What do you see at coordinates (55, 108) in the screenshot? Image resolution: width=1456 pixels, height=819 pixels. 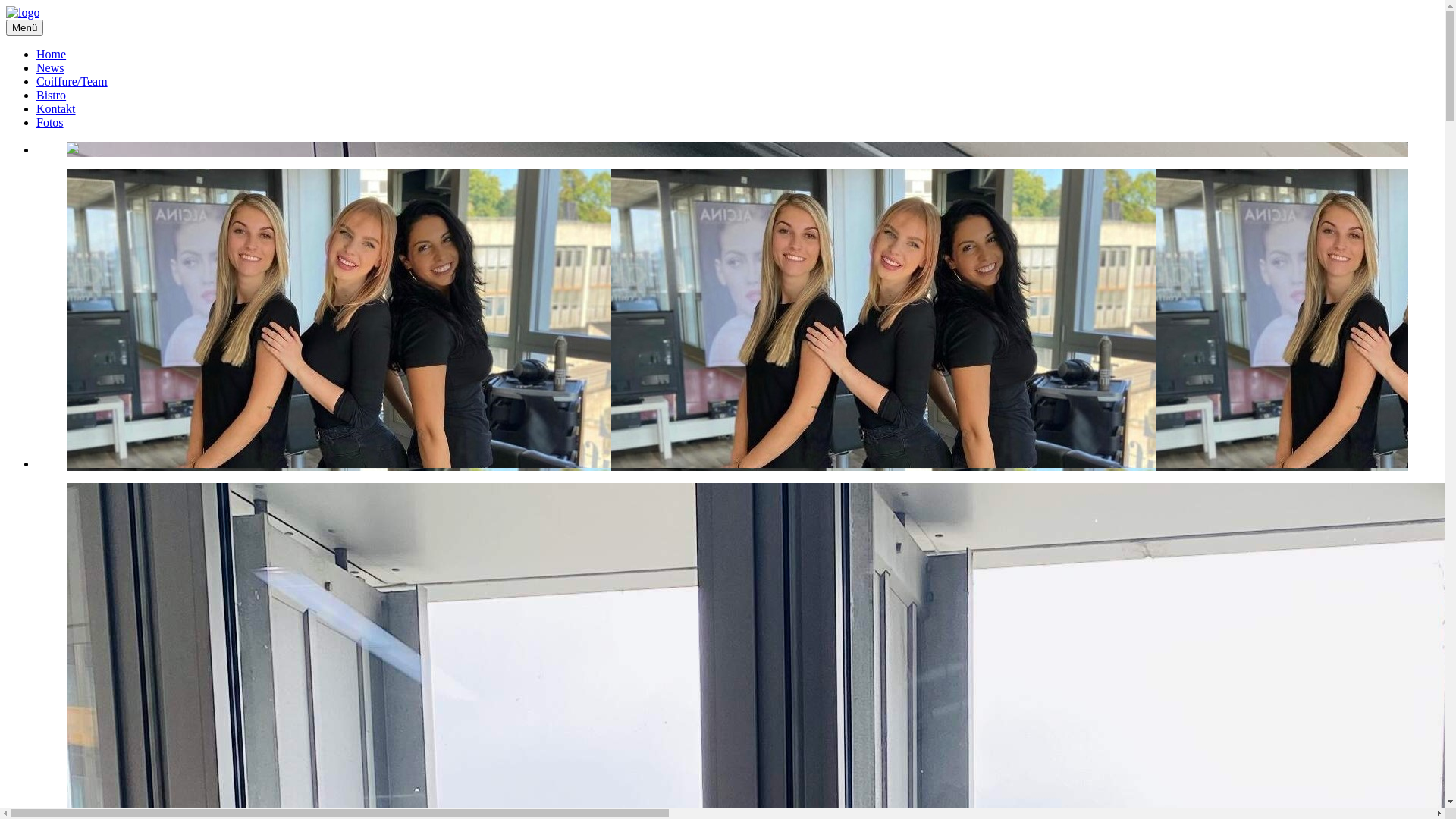 I see `'Kontakt'` at bounding box center [55, 108].